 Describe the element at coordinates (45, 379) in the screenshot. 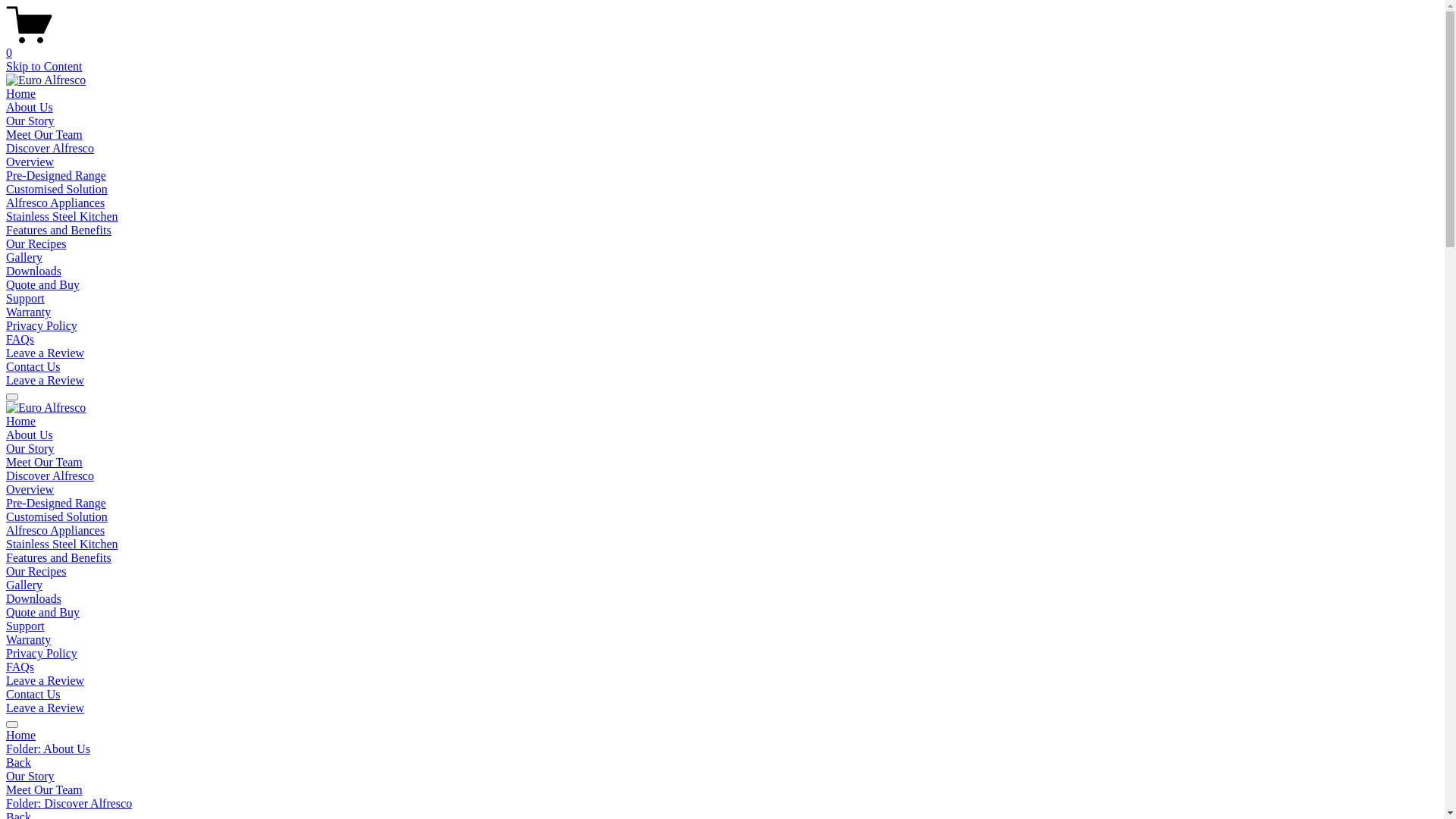

I see `'Leave a Review'` at that location.